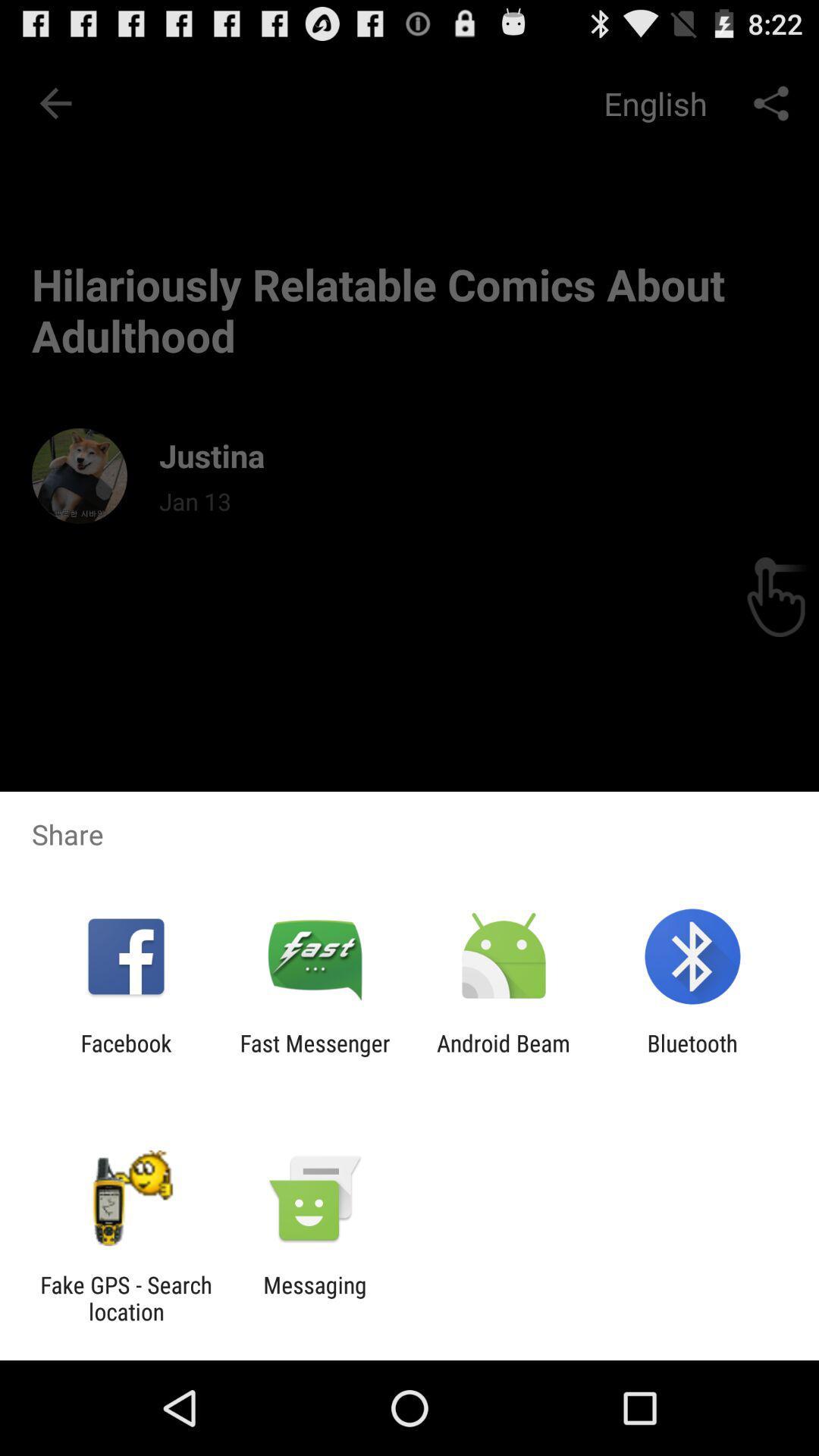 The image size is (819, 1456). I want to click on the icon next to fast messenger icon, so click(504, 1056).